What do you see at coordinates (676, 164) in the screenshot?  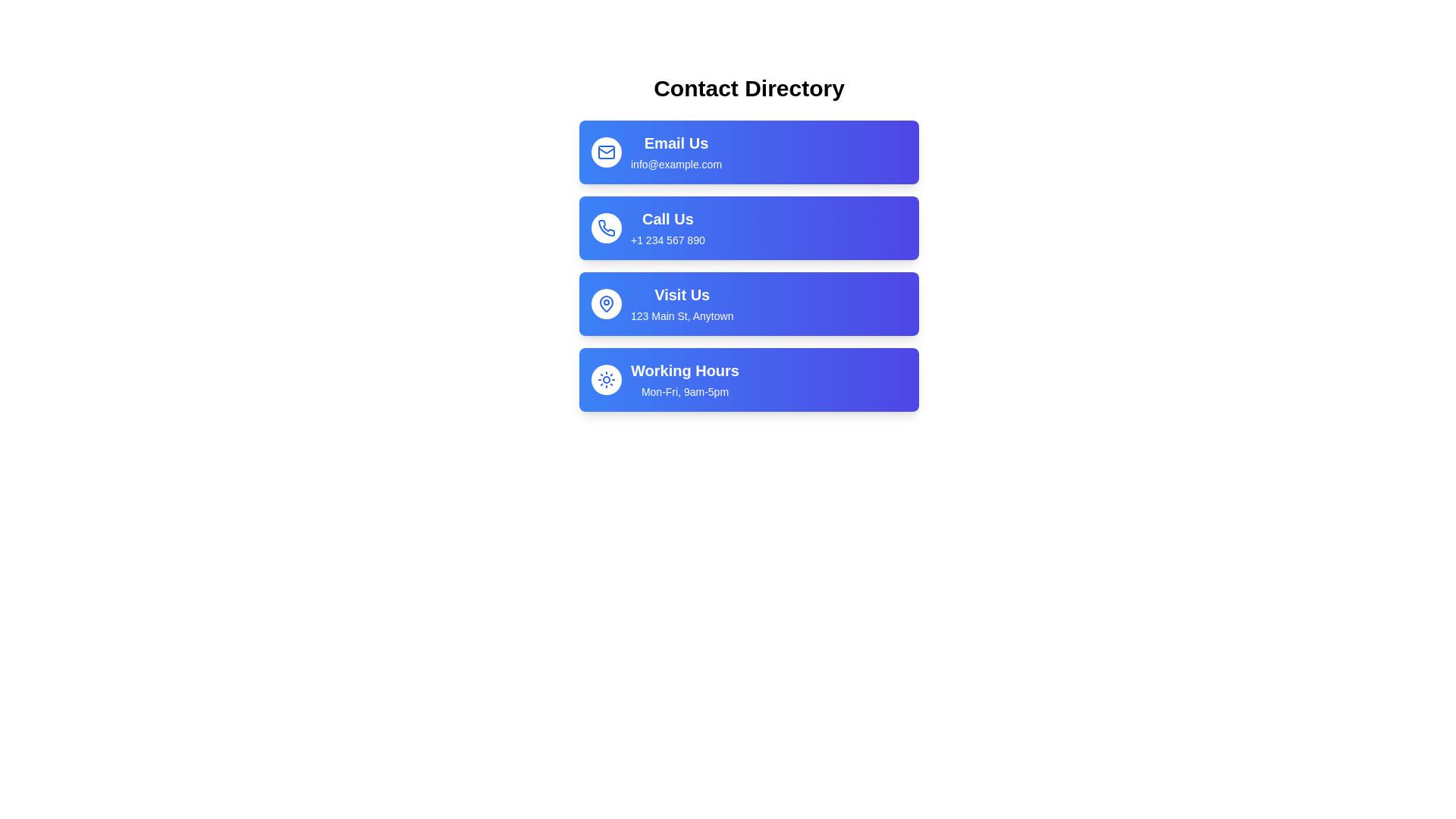 I see `the text element displaying 'info@example.com', which is located directly below the 'Email Us' header in a blue background` at bounding box center [676, 164].